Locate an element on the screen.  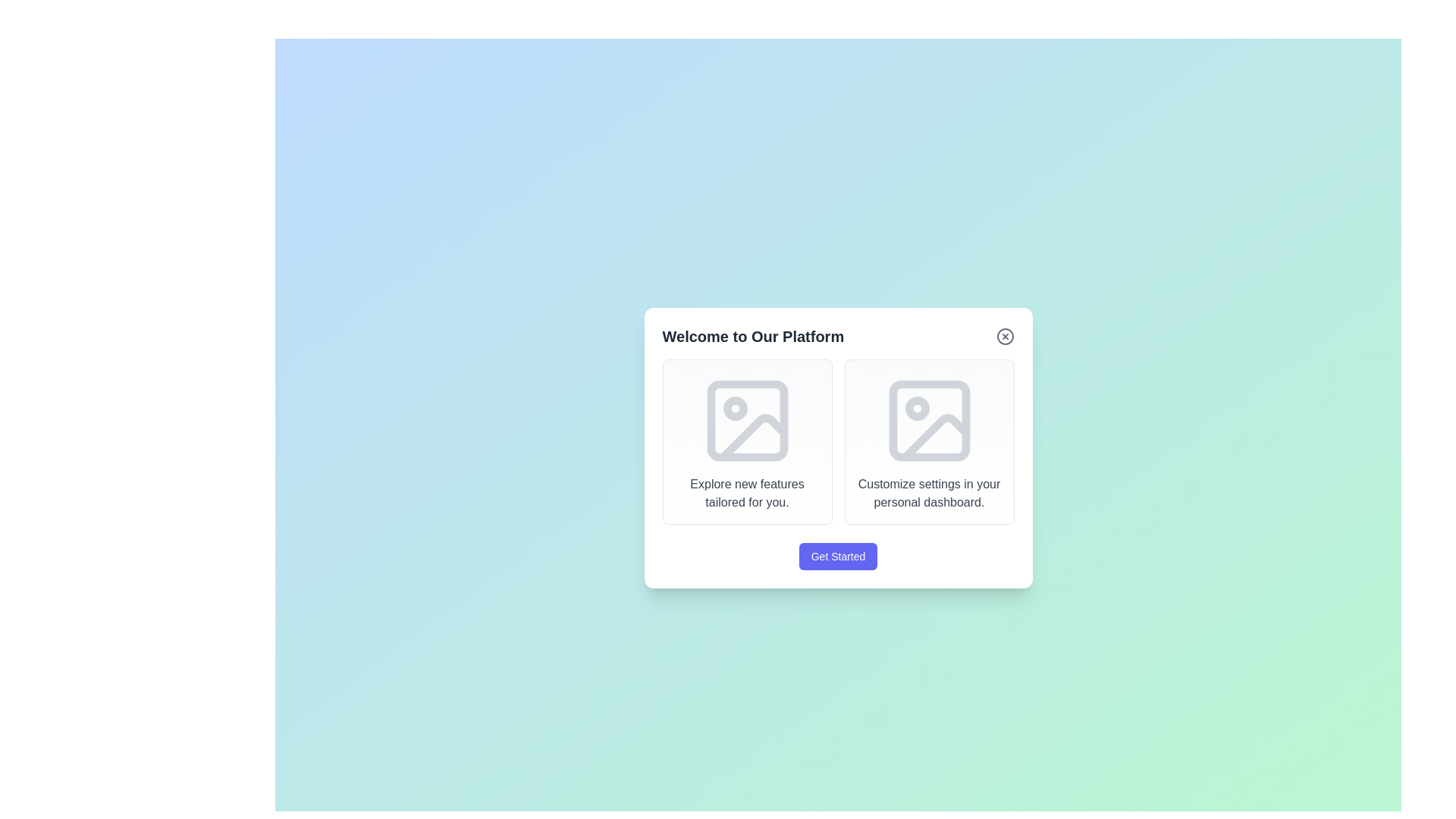
the close button to dismiss the dialog is located at coordinates (1005, 335).